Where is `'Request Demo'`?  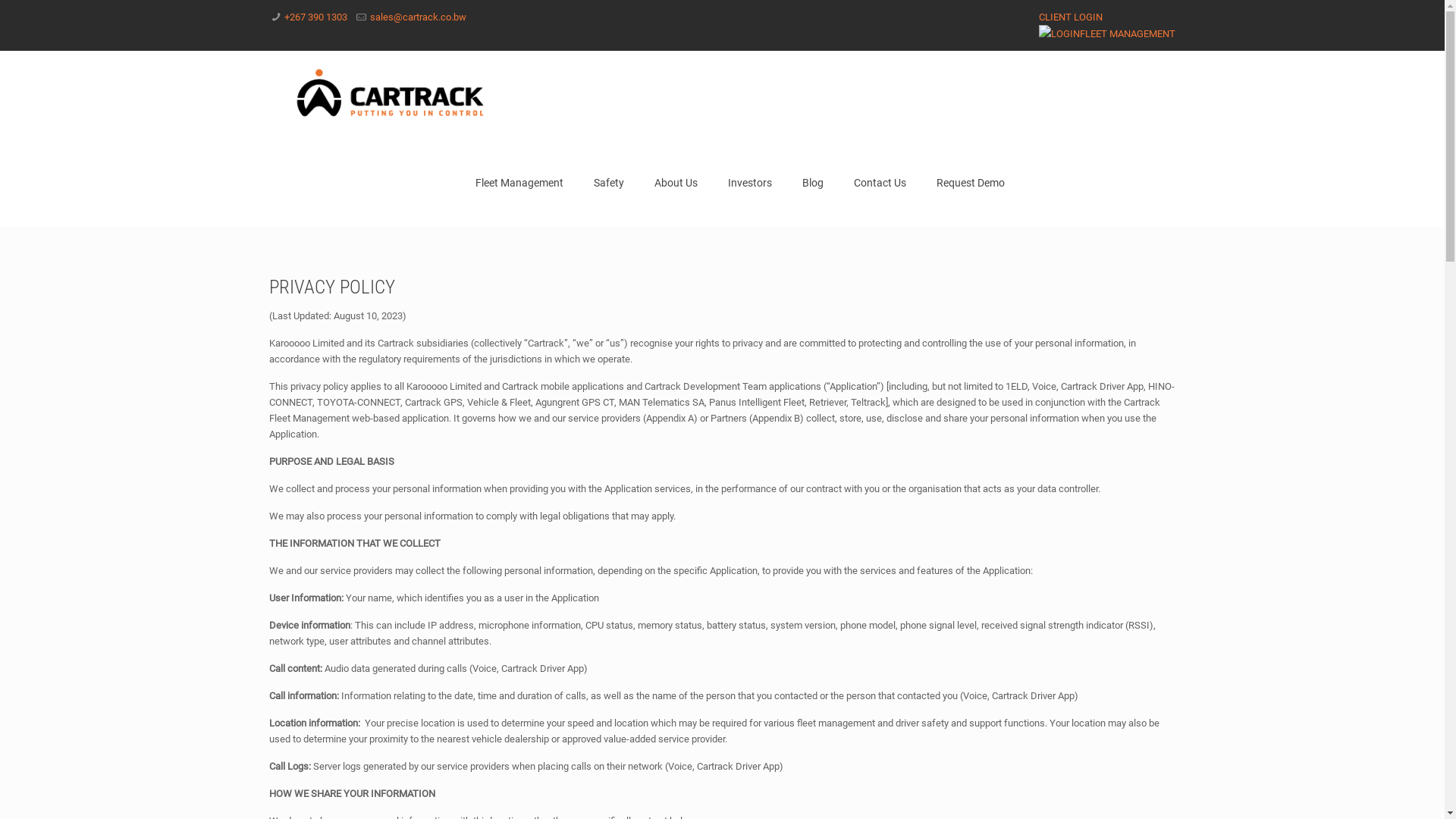
'Request Demo' is located at coordinates (971, 181).